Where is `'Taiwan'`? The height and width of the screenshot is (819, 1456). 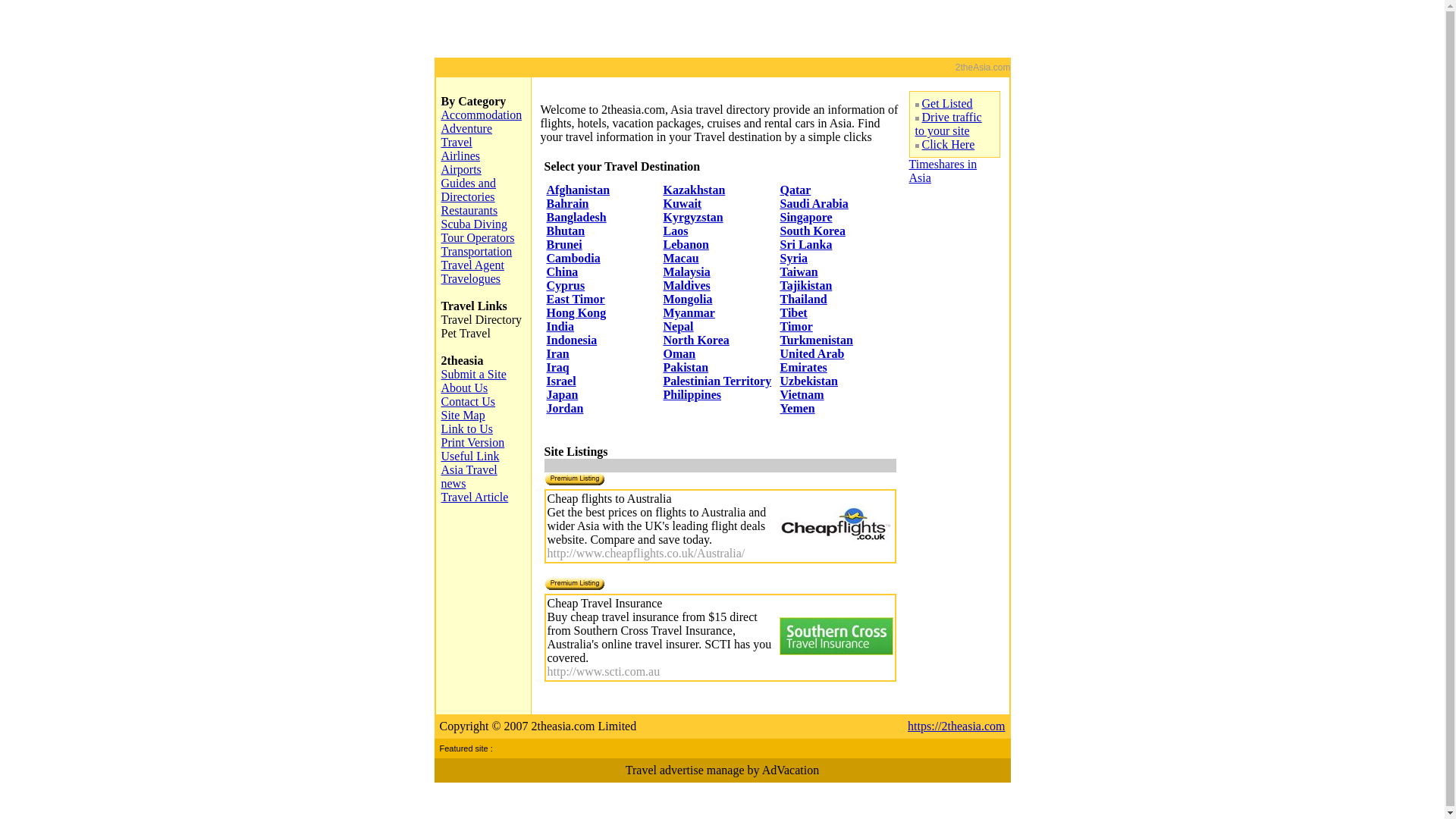
'Taiwan' is located at coordinates (797, 271).